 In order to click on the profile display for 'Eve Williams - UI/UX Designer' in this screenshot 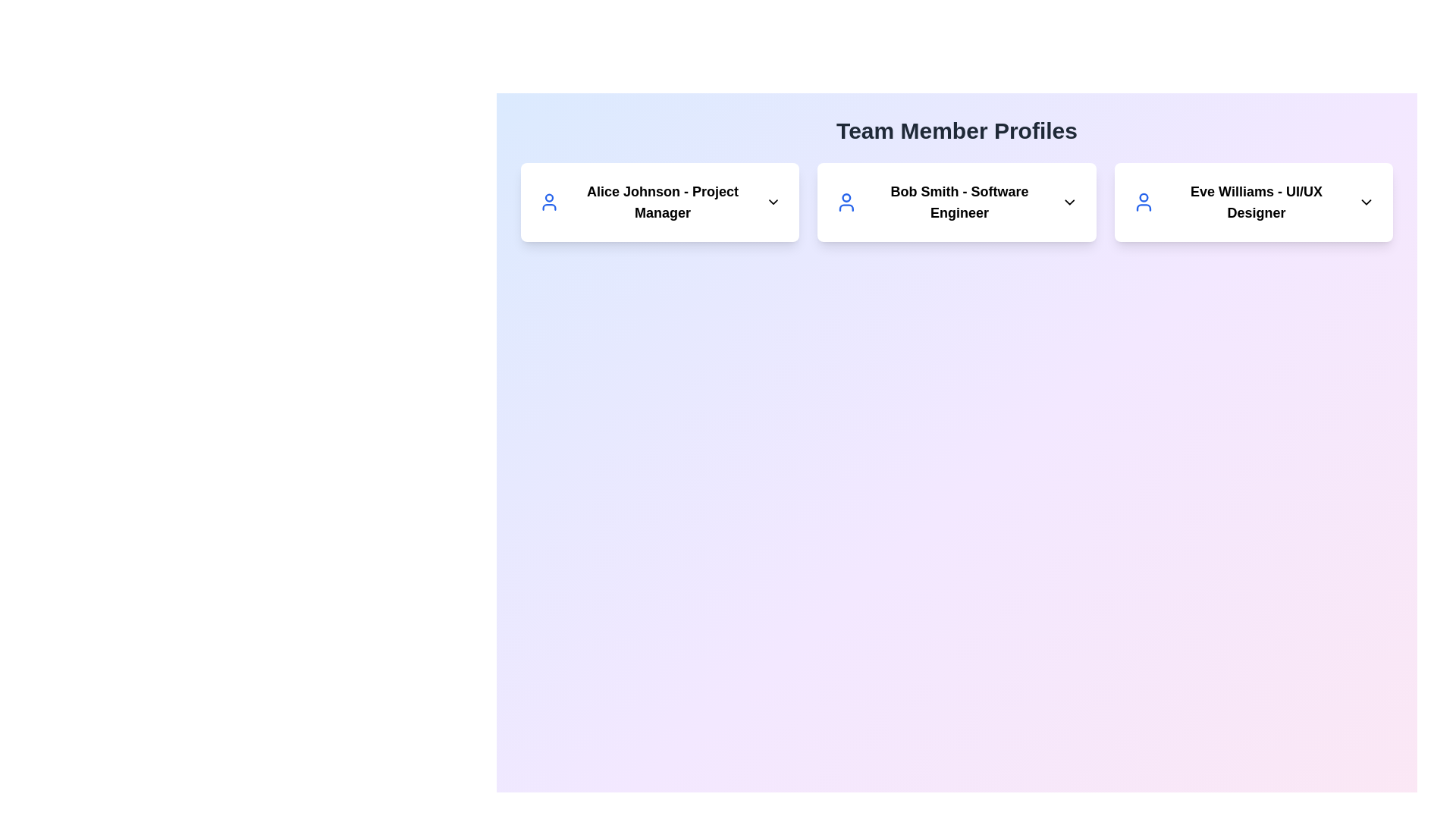, I will do `click(1254, 201)`.